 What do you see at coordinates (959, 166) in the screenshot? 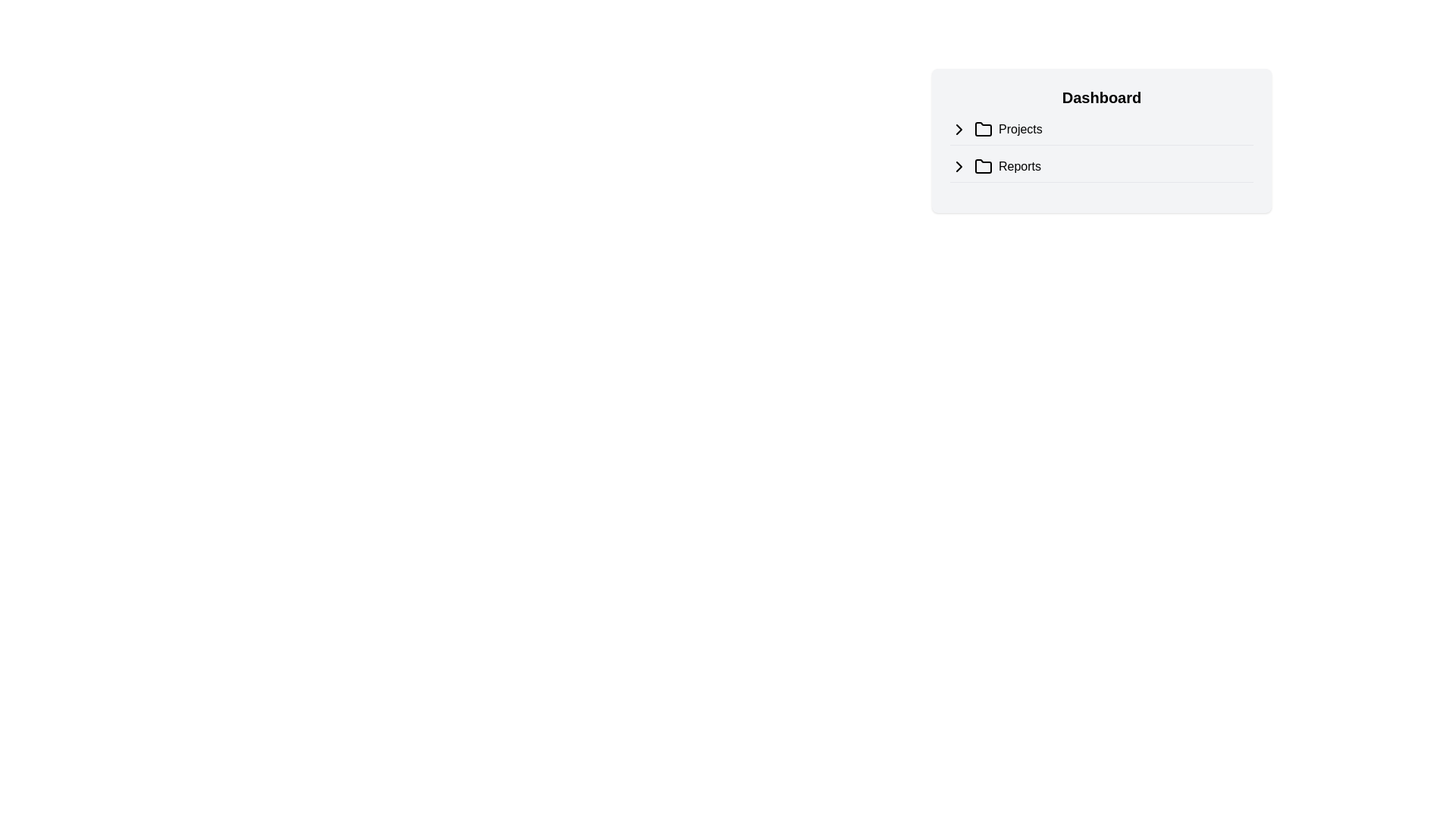
I see `the right-pointing chevron icon for navigation, which is positioned to the left of the 'Projects' text label` at bounding box center [959, 166].